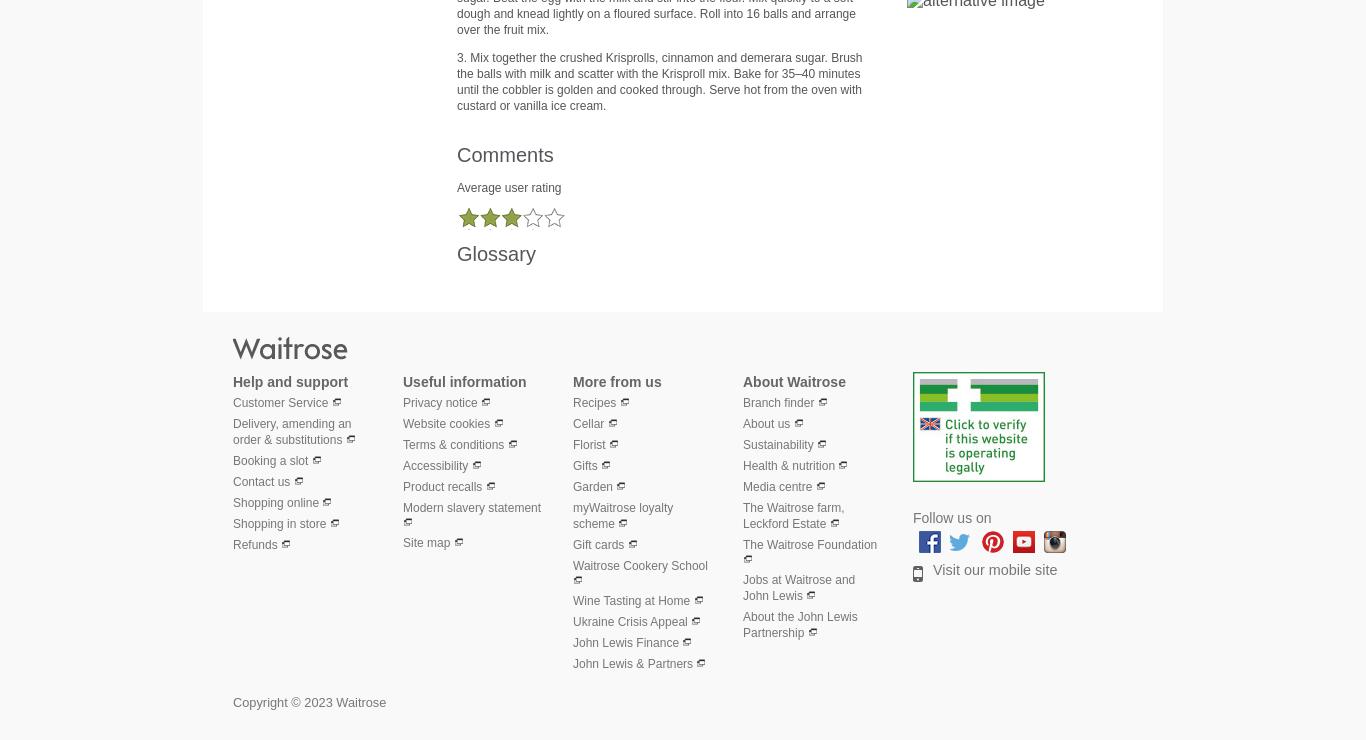  I want to click on 'Delivery, amending an order & substitutions', so click(292, 430).